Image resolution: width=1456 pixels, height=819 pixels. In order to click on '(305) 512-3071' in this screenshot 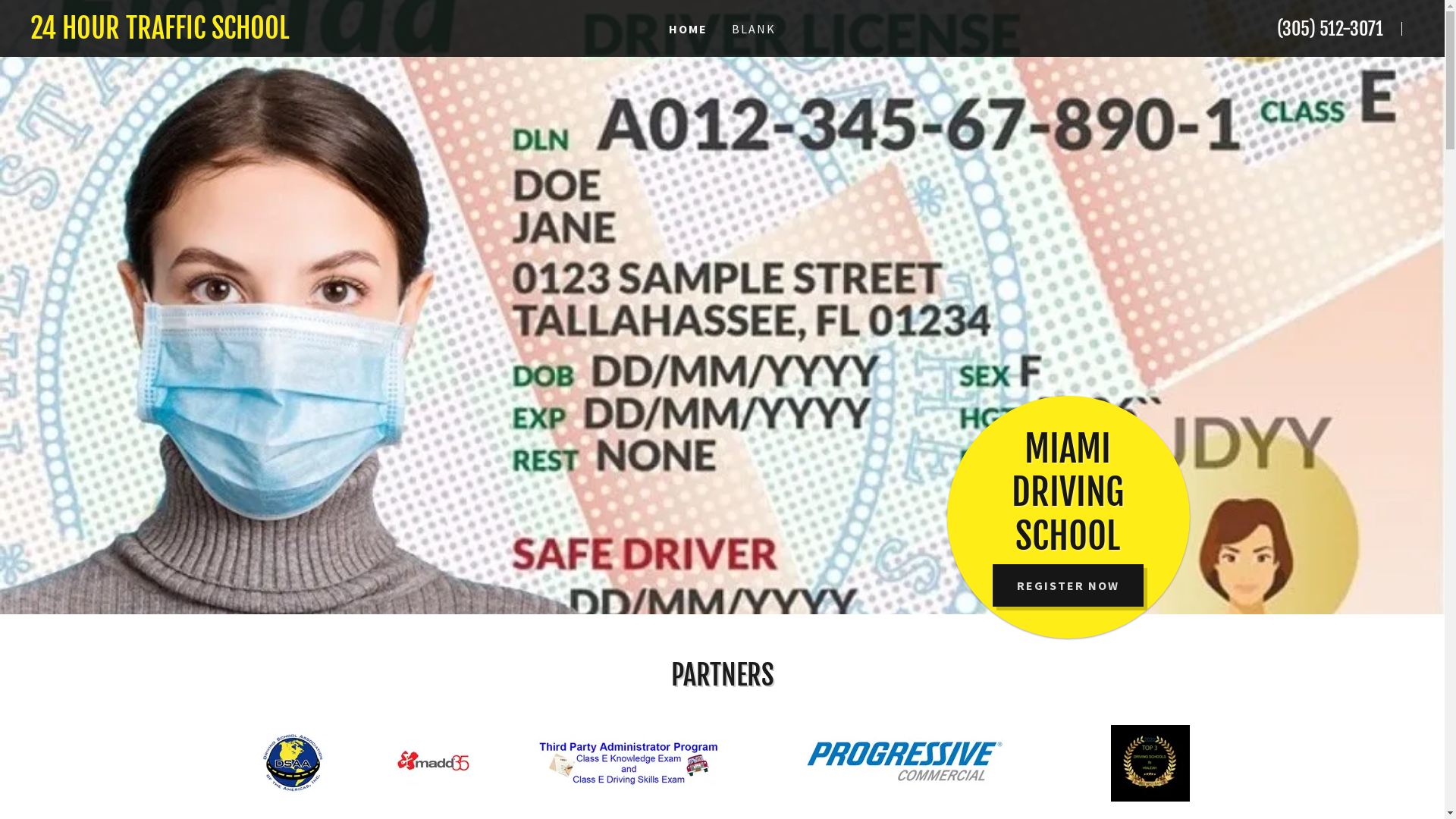, I will do `click(1329, 29)`.